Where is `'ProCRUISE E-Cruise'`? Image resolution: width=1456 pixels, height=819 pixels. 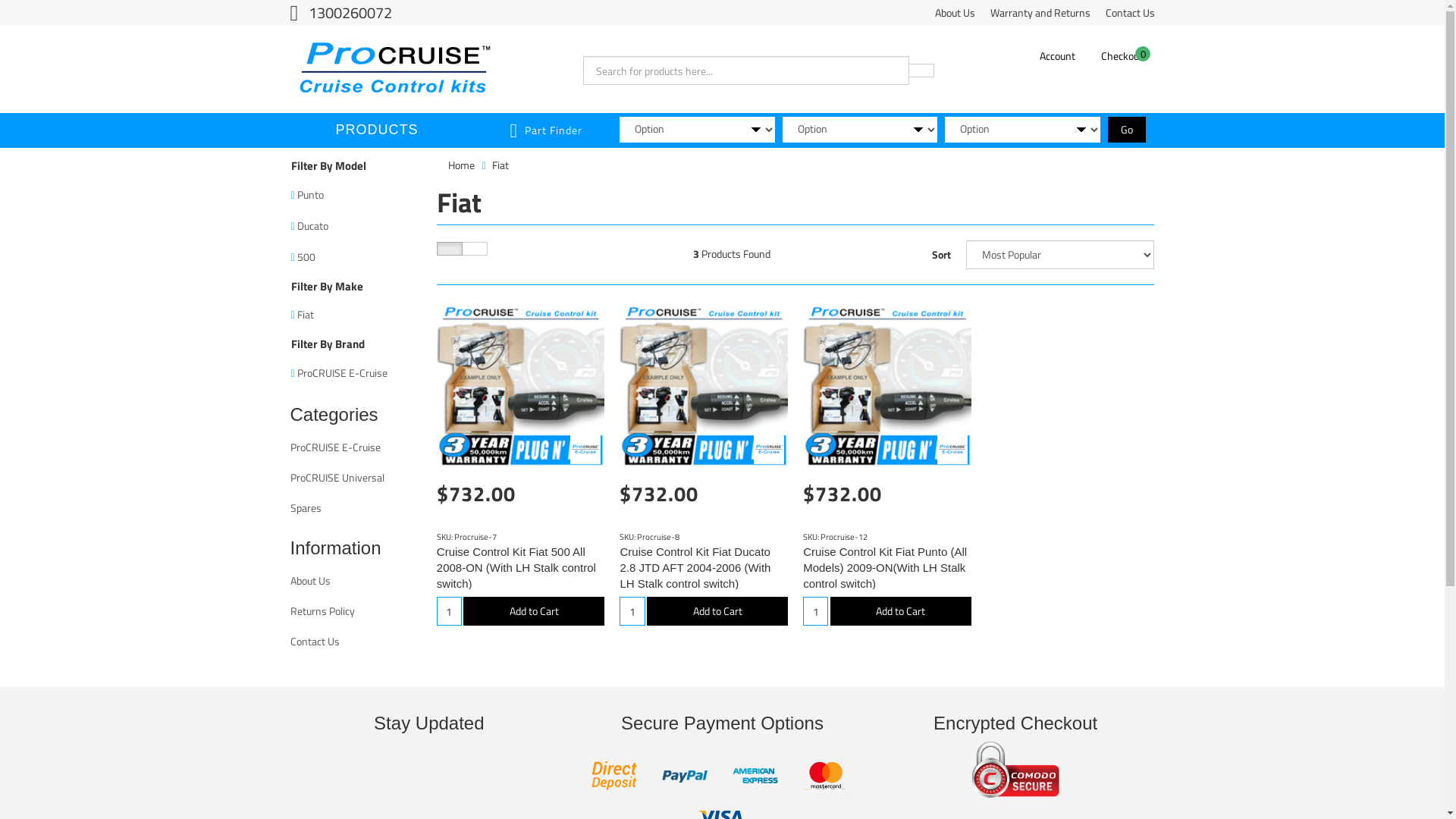
'ProCRUISE E-Cruise' is located at coordinates (354, 447).